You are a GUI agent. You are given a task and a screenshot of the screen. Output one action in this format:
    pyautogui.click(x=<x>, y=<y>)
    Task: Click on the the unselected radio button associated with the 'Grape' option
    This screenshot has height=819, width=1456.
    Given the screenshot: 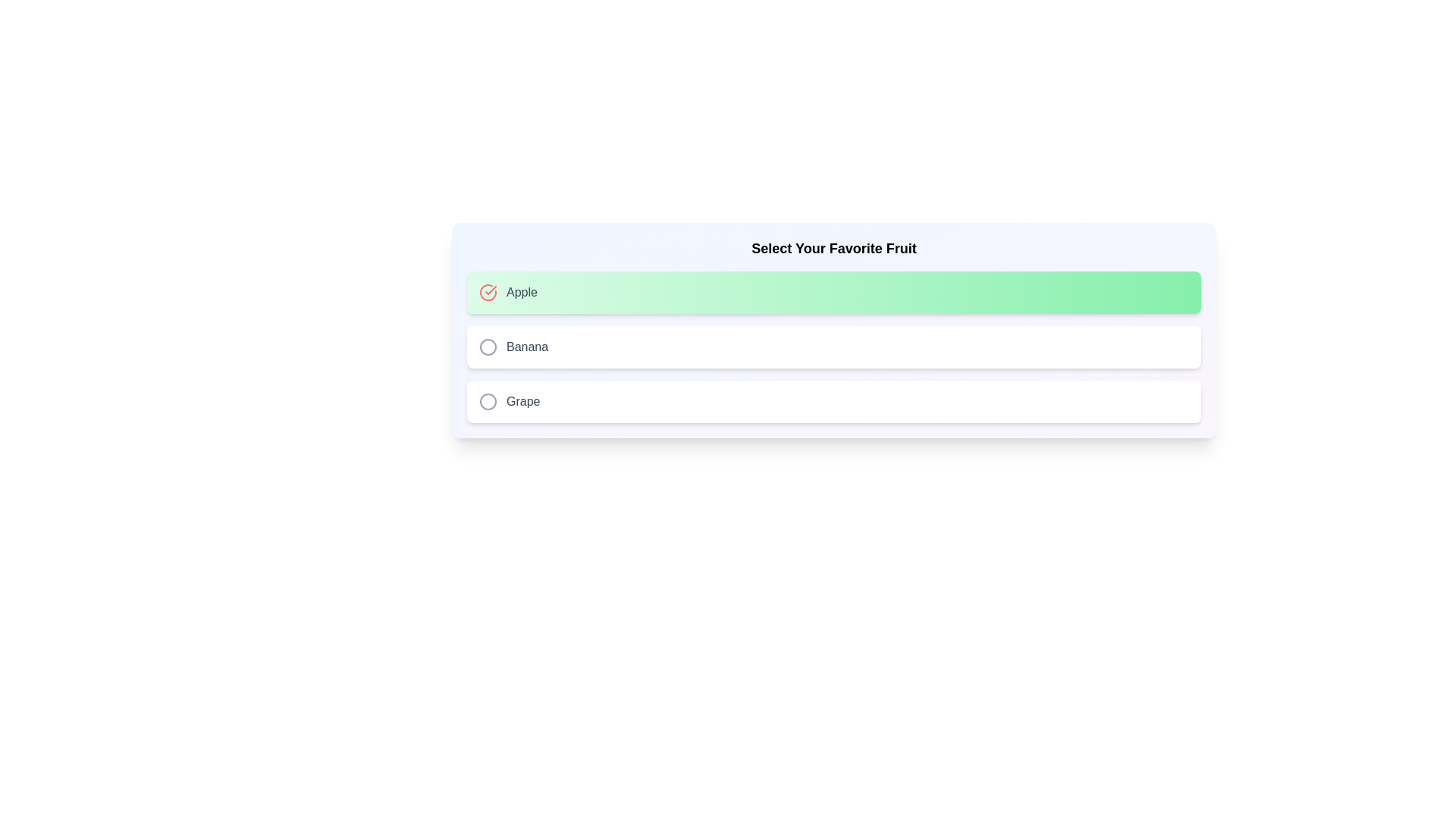 What is the action you would take?
    pyautogui.click(x=488, y=400)
    